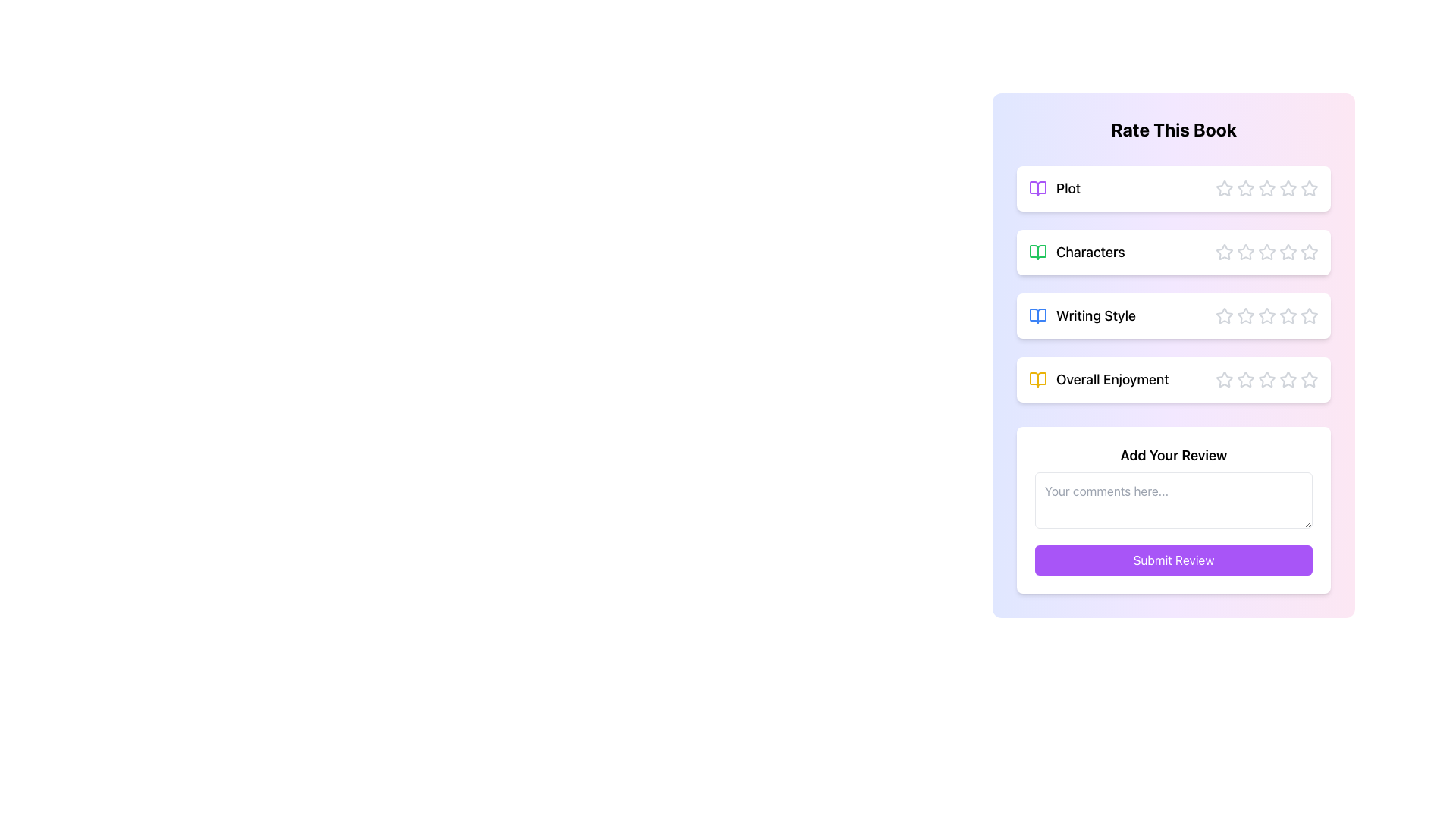  Describe the element at coordinates (1245, 188) in the screenshot. I see `the second star` at that location.